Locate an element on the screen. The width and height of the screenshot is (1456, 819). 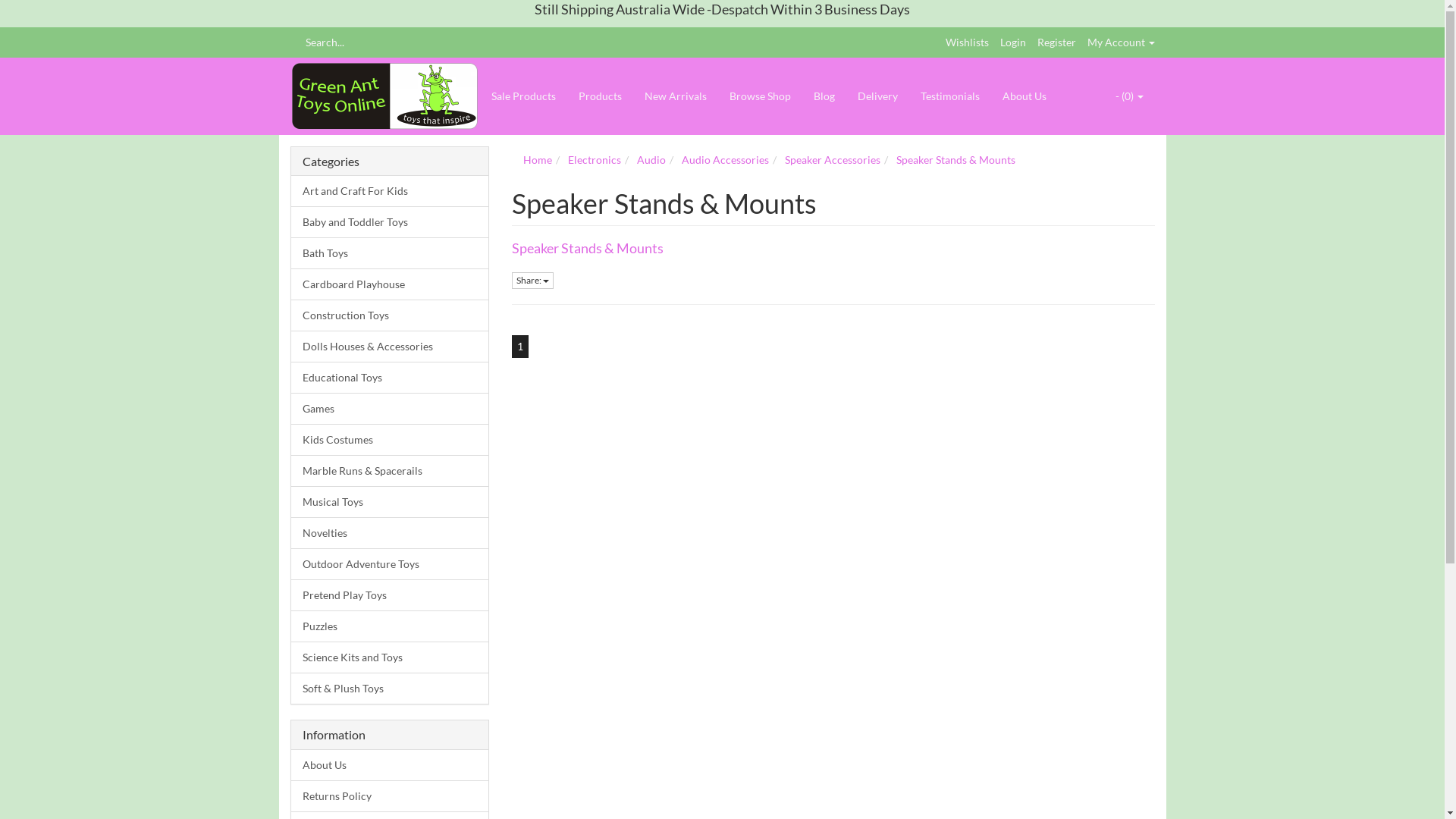
'Register' is located at coordinates (1056, 41).